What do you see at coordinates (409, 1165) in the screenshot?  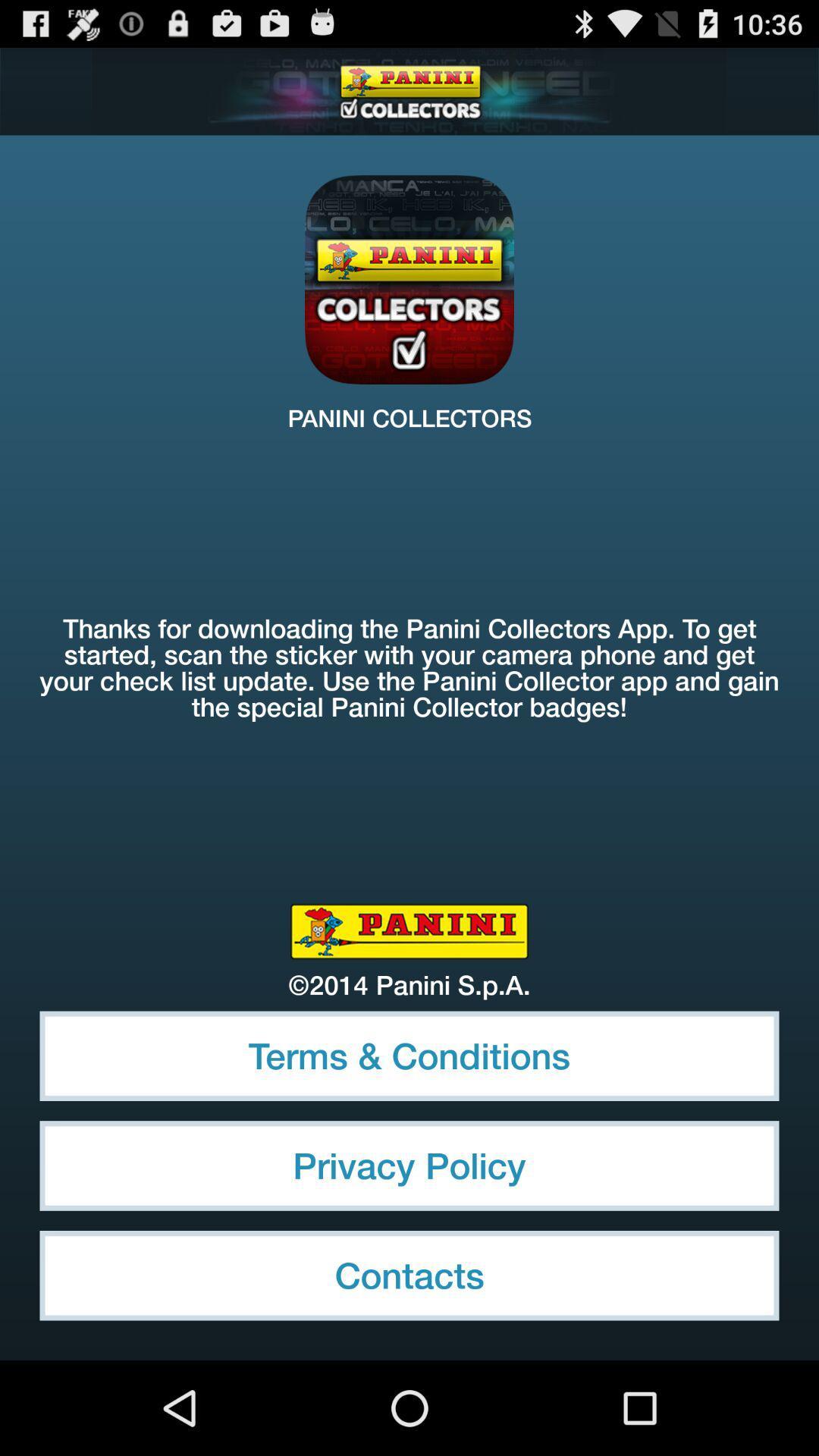 I see `the item below the terms & conditions icon` at bounding box center [409, 1165].